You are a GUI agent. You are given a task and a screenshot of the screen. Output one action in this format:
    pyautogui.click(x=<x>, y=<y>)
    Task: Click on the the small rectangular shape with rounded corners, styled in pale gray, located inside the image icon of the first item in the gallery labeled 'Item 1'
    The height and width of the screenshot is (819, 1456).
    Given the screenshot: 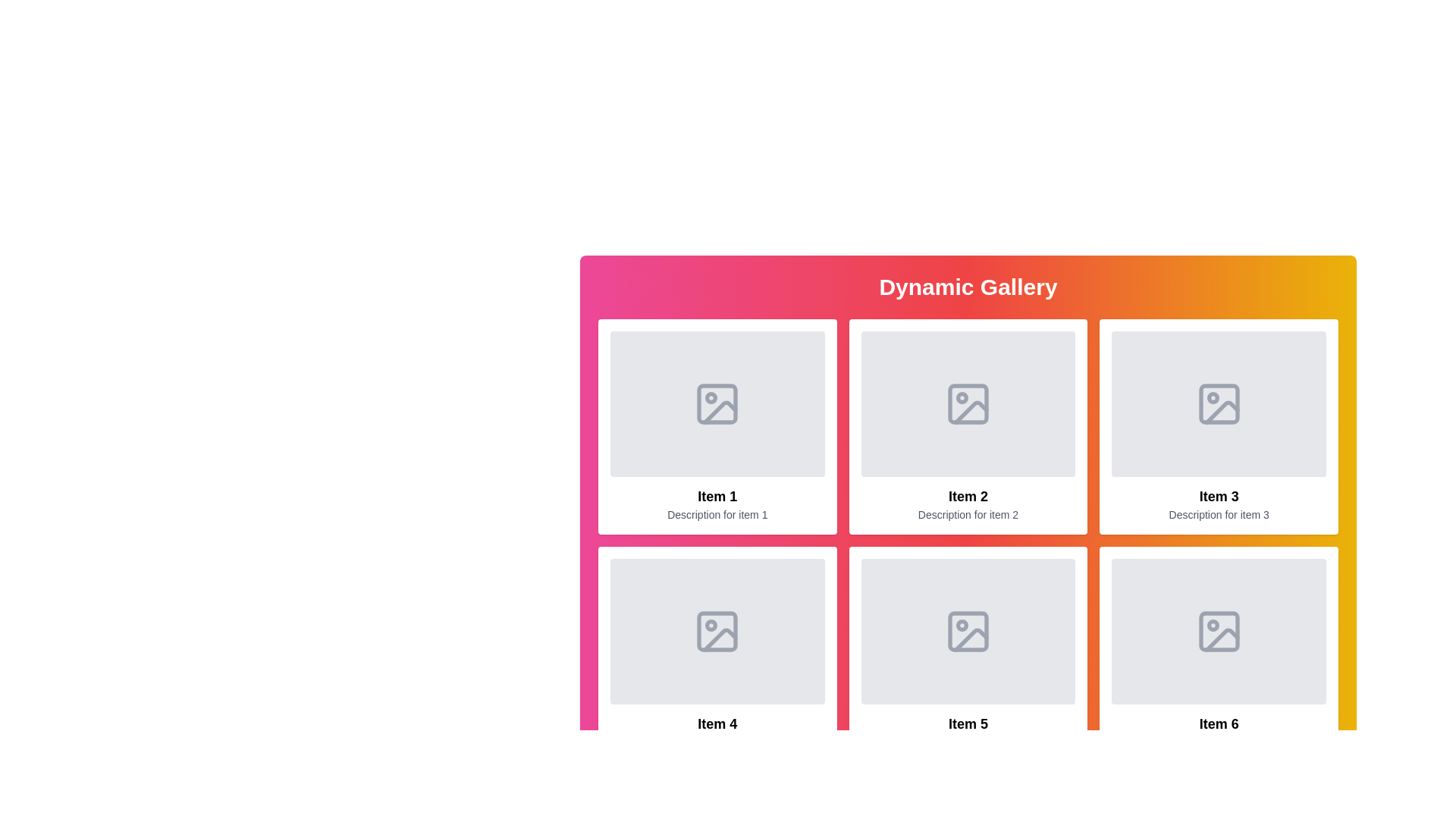 What is the action you would take?
    pyautogui.click(x=717, y=403)
    